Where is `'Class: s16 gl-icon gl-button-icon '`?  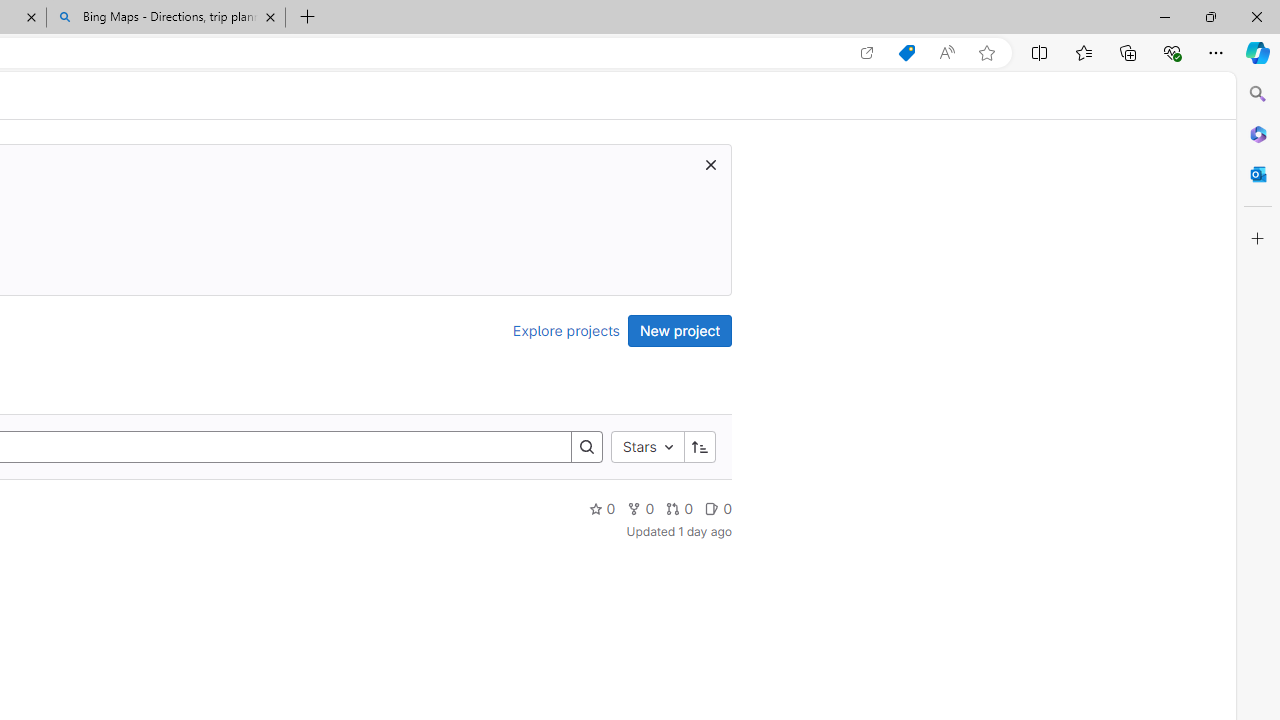 'Class: s16 gl-icon gl-button-icon ' is located at coordinates (711, 163).